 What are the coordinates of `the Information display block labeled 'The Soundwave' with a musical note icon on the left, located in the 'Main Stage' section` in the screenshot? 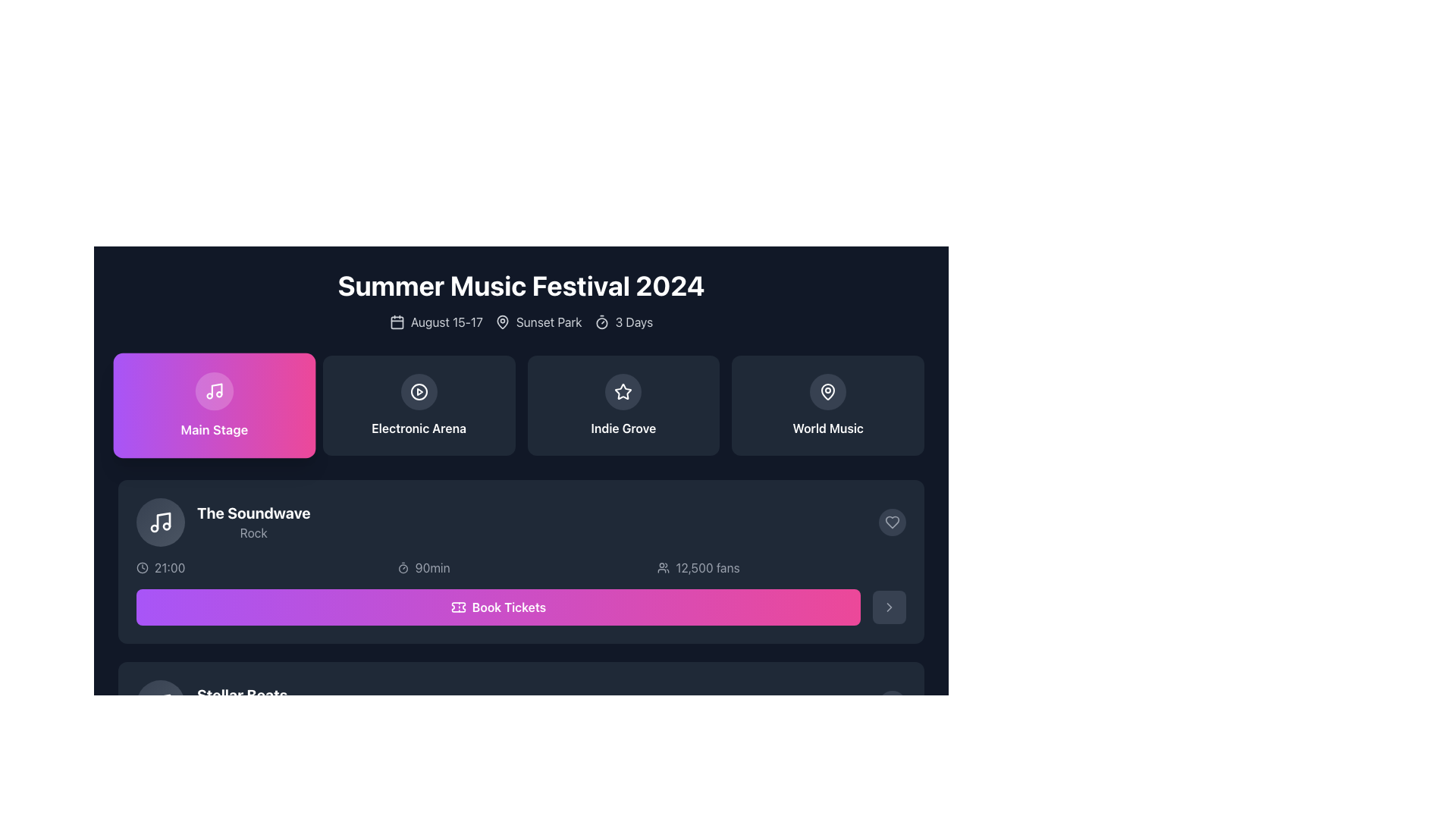 It's located at (222, 522).